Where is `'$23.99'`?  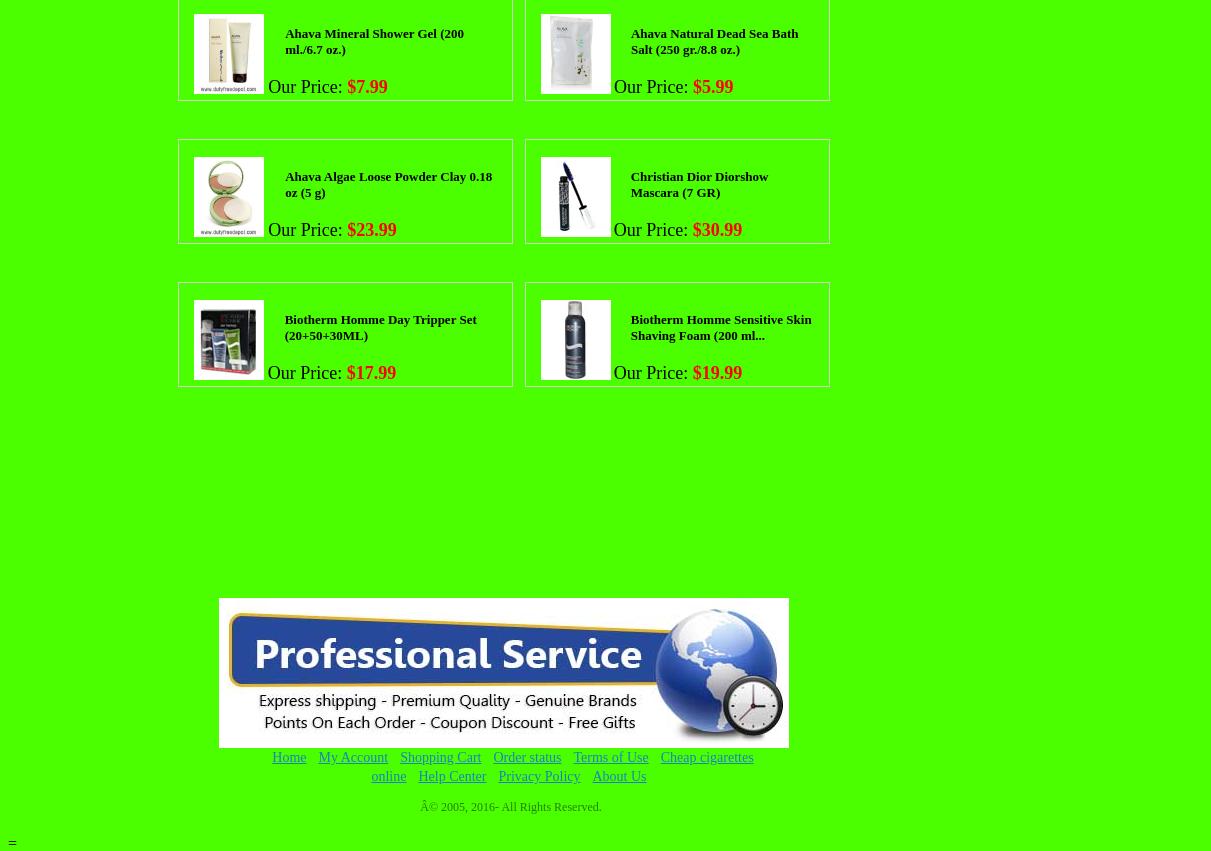
'$23.99' is located at coordinates (370, 229).